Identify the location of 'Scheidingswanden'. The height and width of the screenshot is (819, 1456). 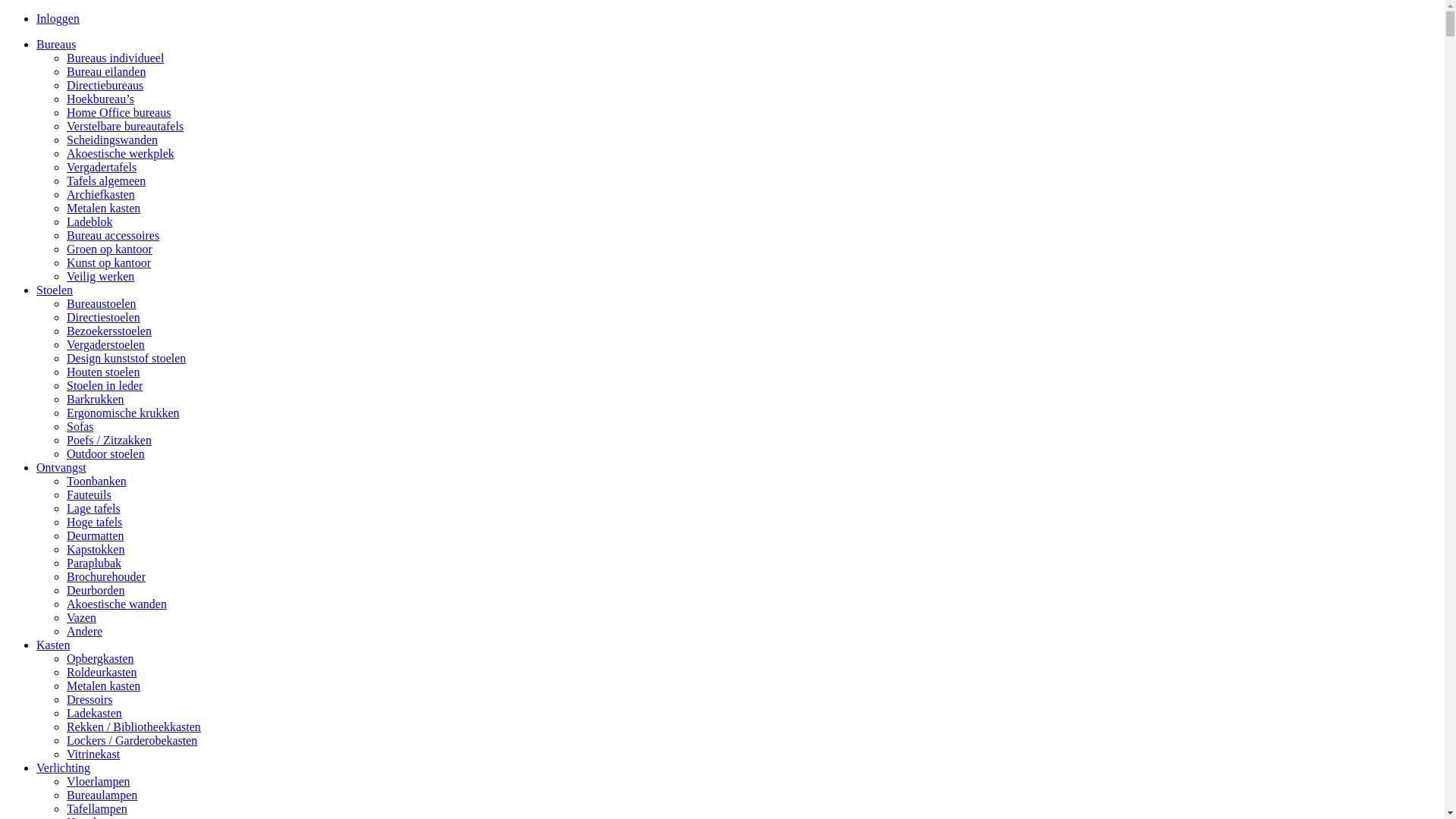
(111, 140).